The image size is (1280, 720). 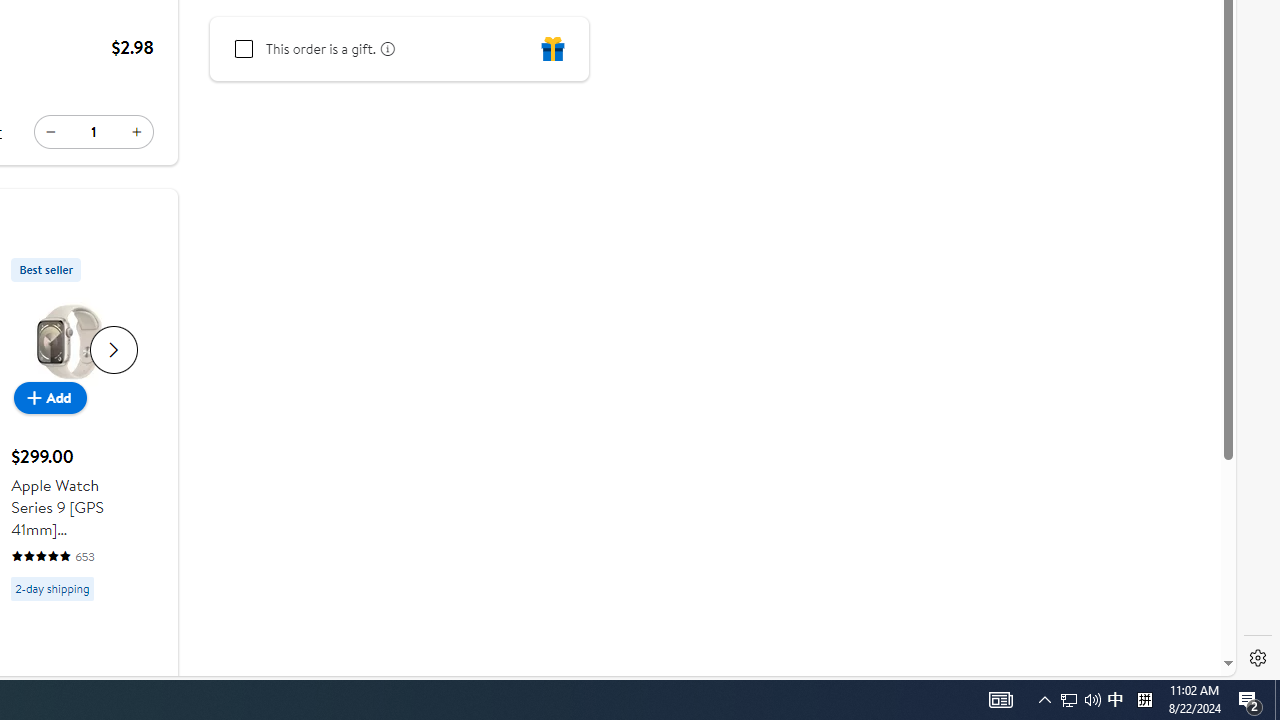 What do you see at coordinates (385, 47) in the screenshot?
I see `'learn more about gifting'` at bounding box center [385, 47].